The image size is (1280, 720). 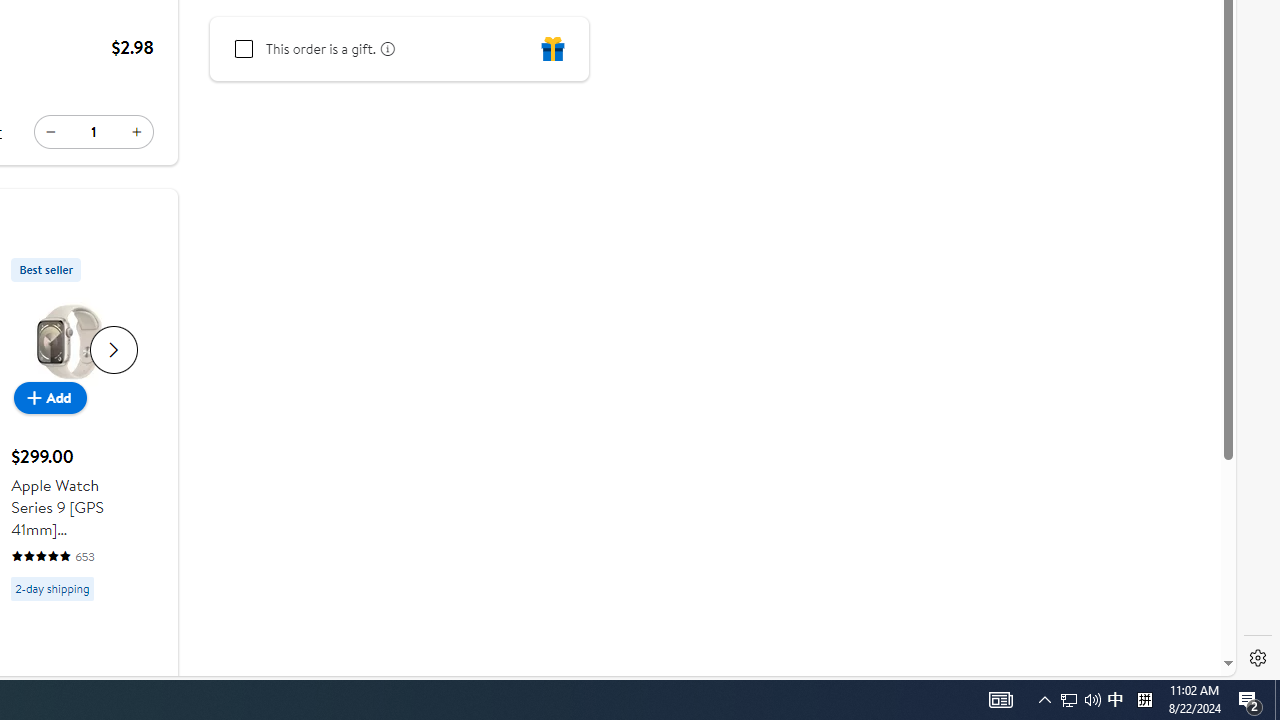 What do you see at coordinates (385, 47) in the screenshot?
I see `'learn more about gifting'` at bounding box center [385, 47].